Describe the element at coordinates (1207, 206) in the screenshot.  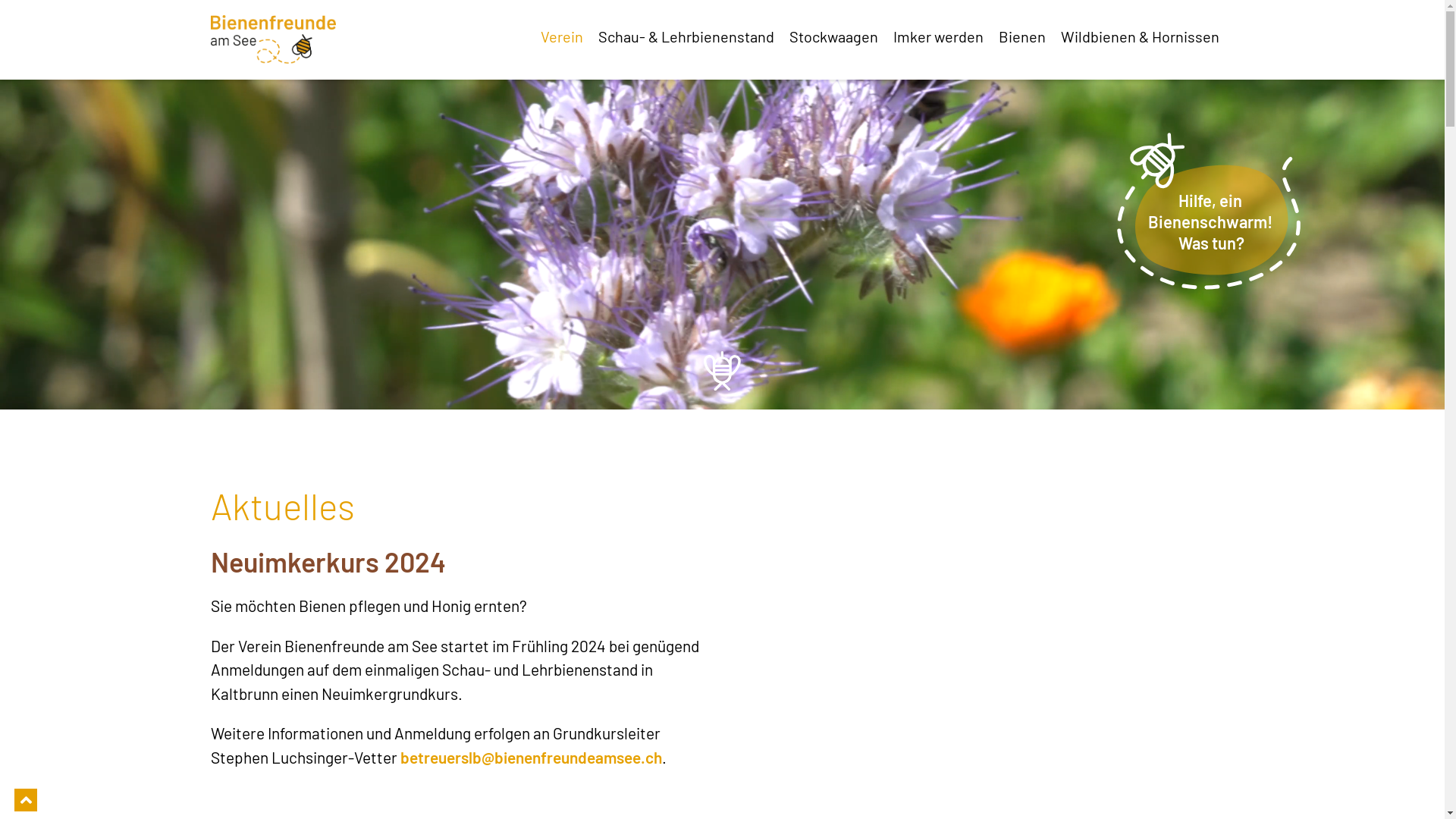
I see `'Hilfe, ein Bienenschwarm! Was tun?'` at that location.